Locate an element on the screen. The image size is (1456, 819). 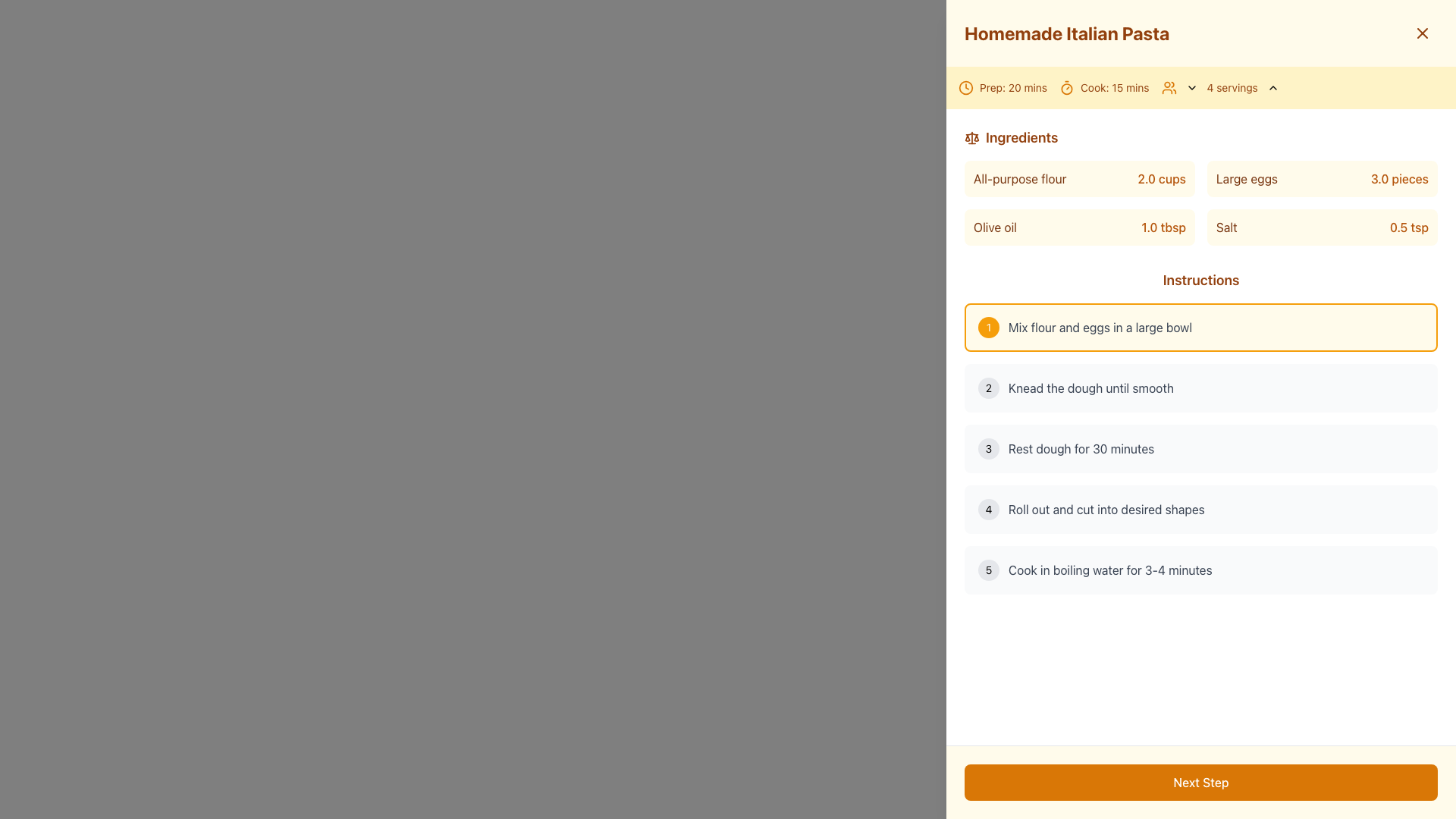
the dropdown toggle button located to the left of the '4 servings' label is located at coordinates (1191, 87).